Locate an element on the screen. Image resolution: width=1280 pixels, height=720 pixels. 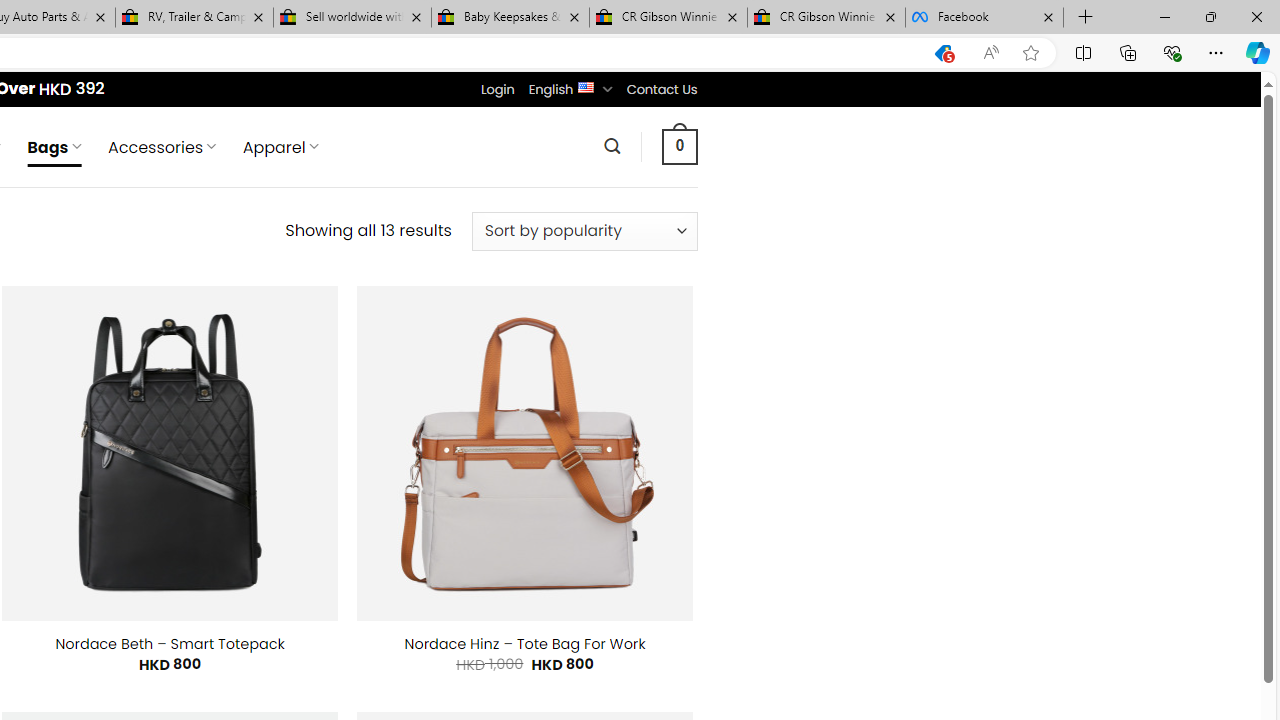
' 0 ' is located at coordinates (679, 145).